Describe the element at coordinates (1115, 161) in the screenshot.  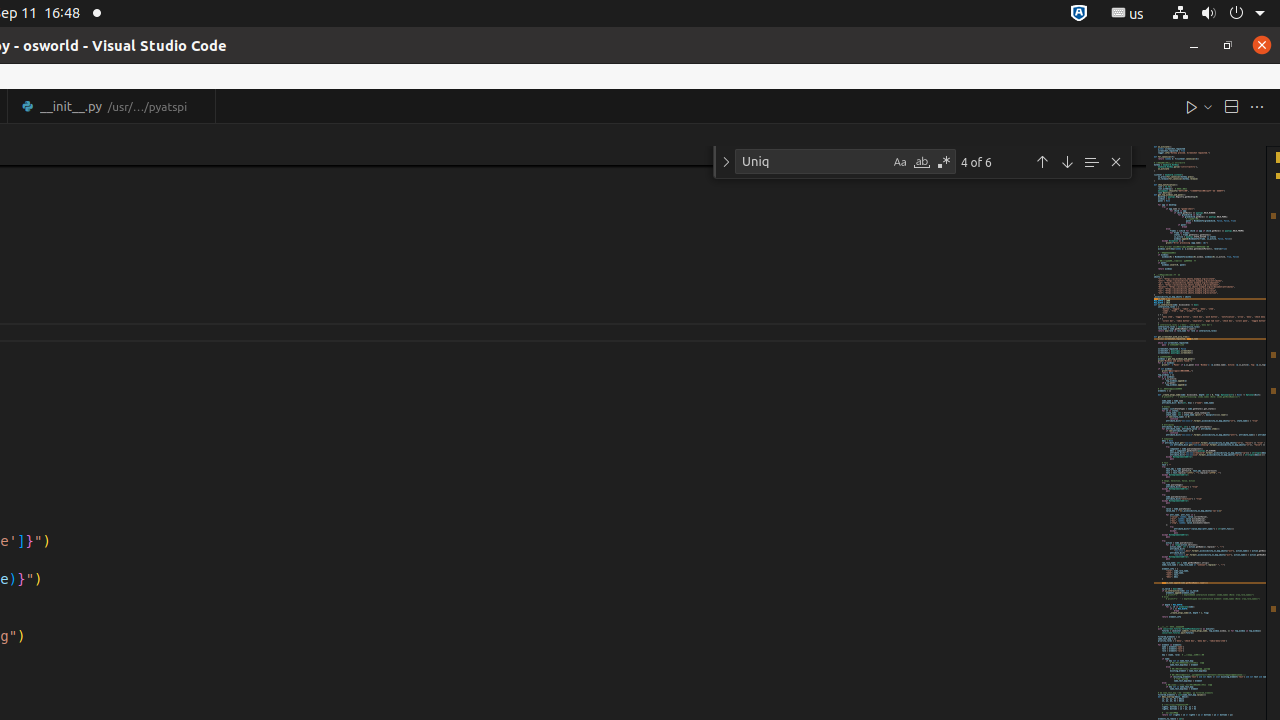
I see `'Close (Escape)'` at that location.